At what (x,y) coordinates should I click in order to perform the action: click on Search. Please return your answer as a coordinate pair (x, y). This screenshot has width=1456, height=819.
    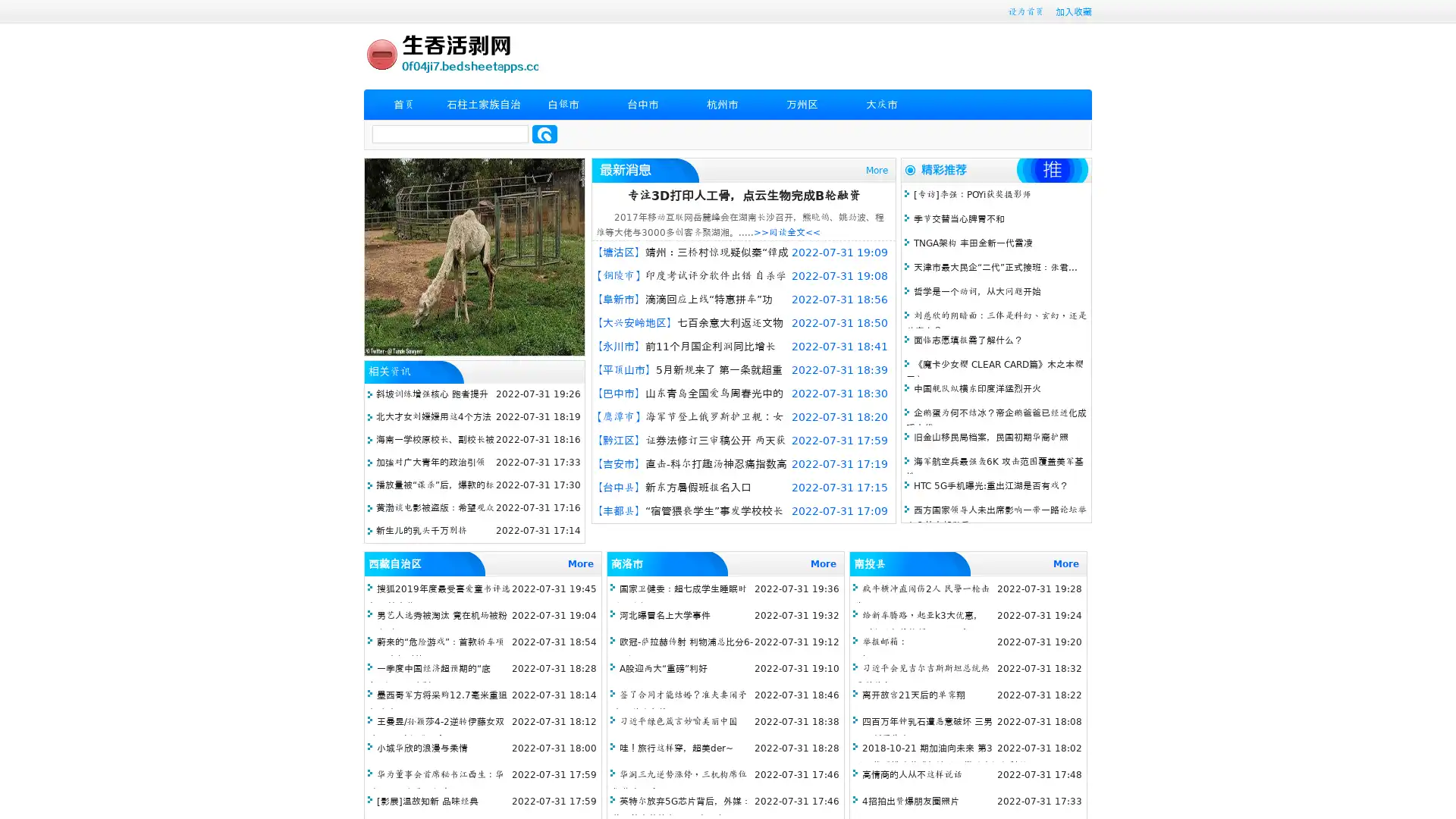
    Looking at the image, I should click on (544, 133).